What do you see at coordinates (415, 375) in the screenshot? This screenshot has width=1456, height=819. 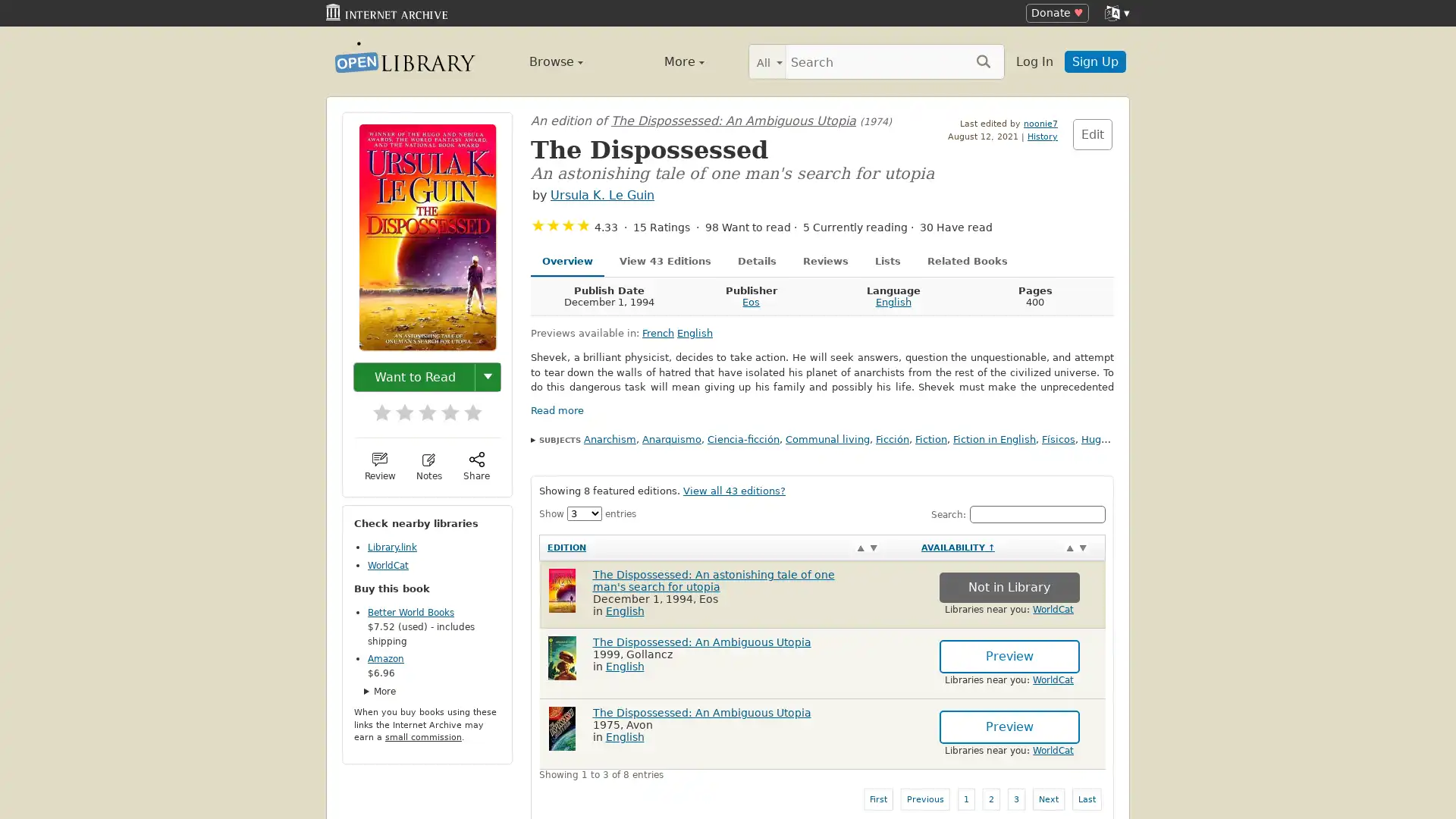 I see `Want to Read` at bounding box center [415, 375].